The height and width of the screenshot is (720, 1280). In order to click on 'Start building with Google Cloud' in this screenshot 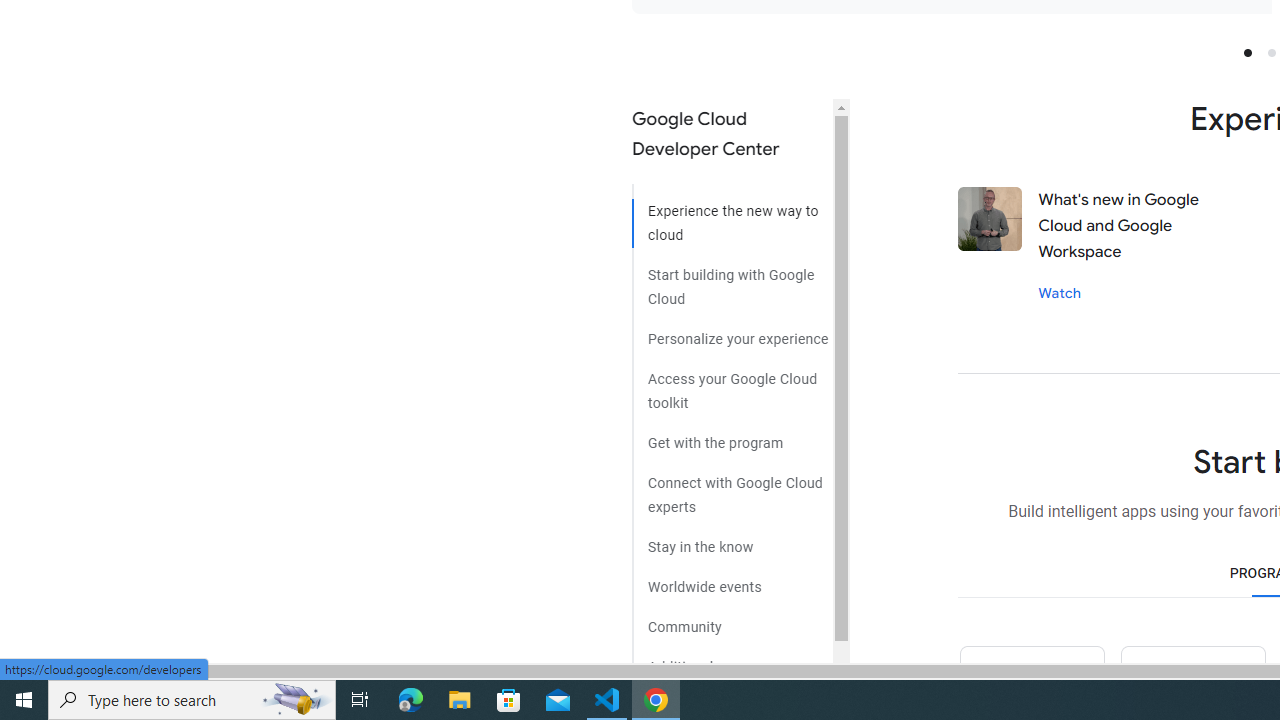, I will do `click(731, 279)`.